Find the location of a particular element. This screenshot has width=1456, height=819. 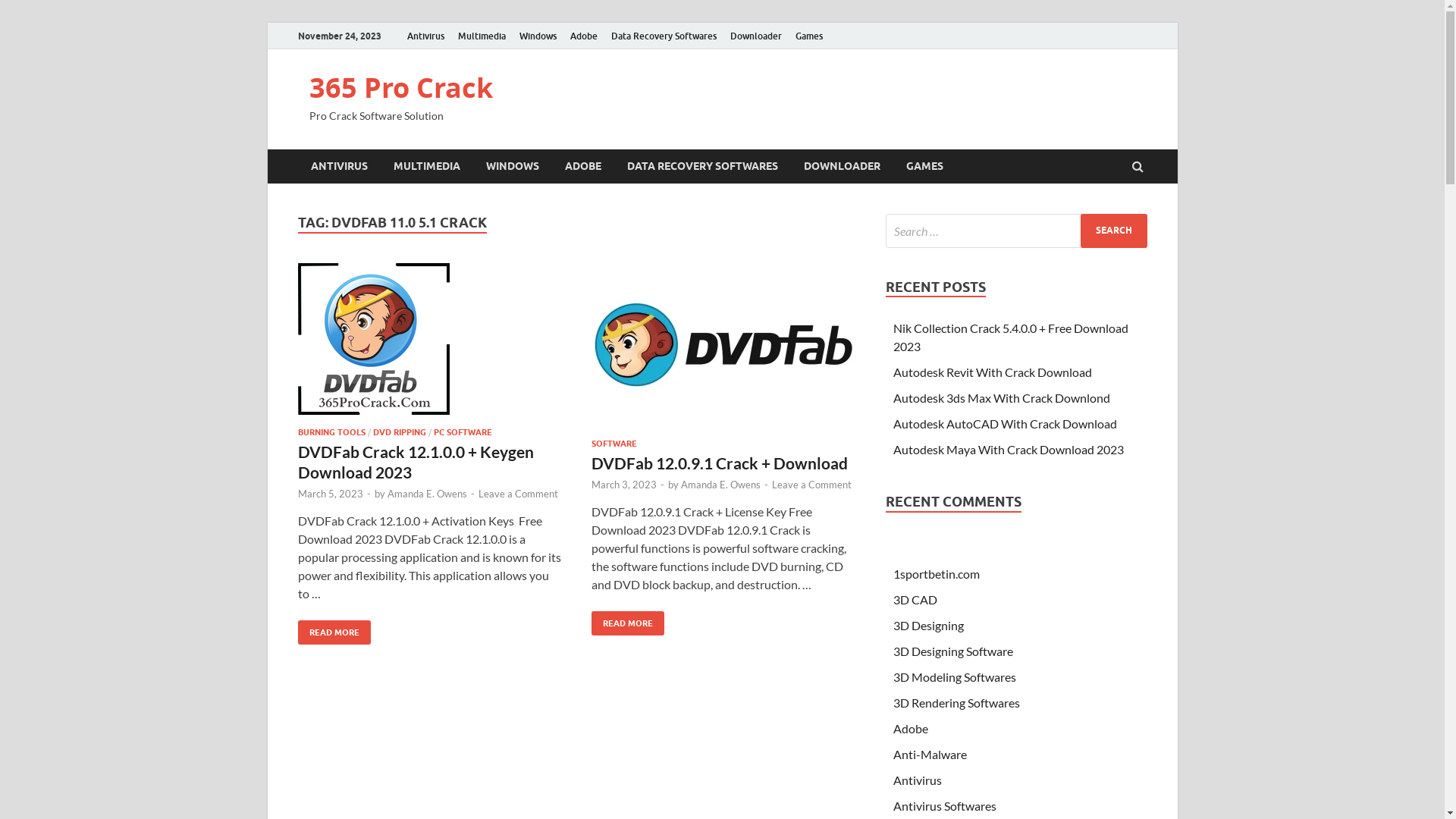

'ANTIVIRUS' is located at coordinates (337, 166).